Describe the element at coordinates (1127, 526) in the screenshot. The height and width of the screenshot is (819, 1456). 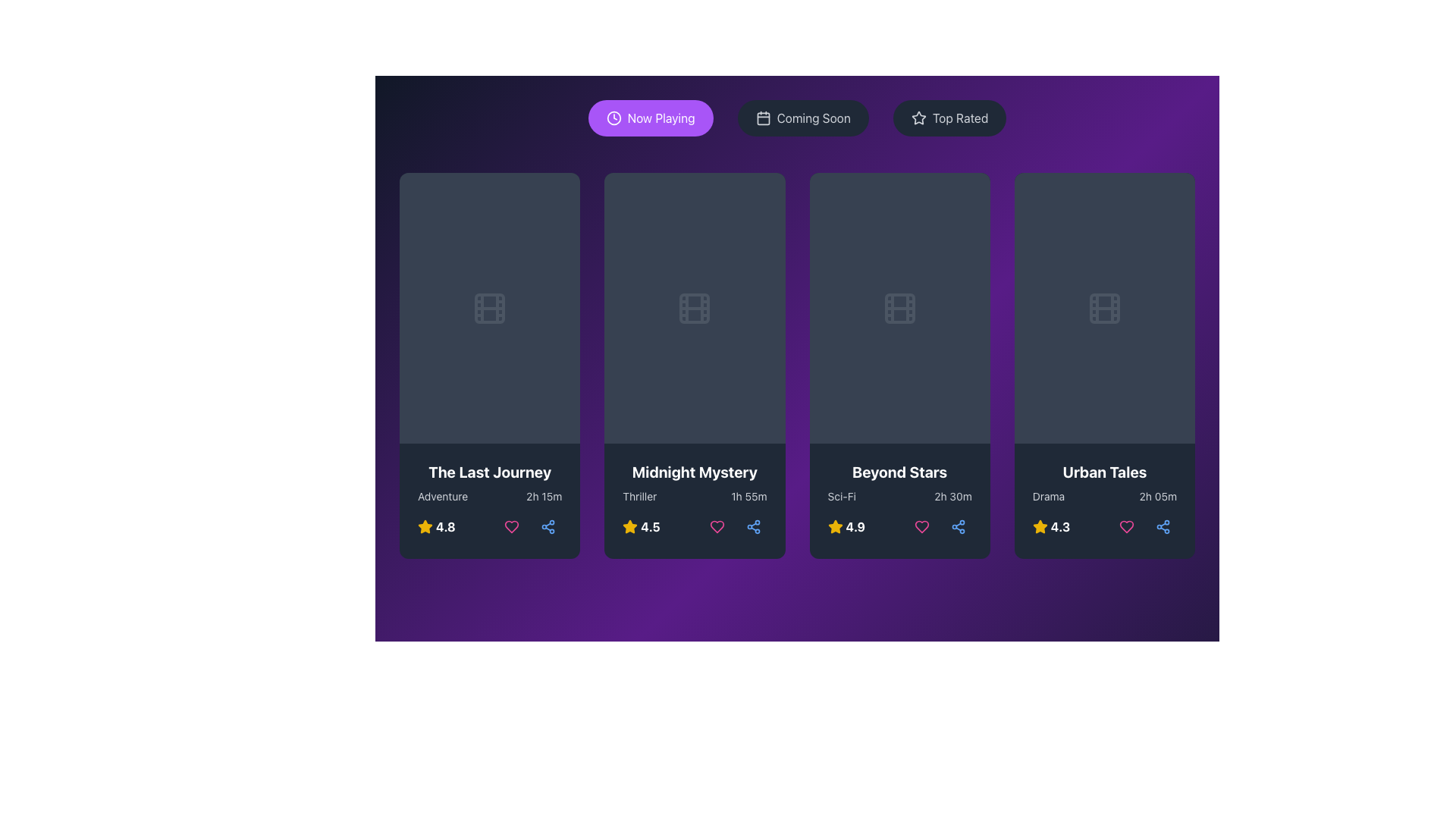
I see `the favorite button located in the bottom section of the fourth card in the grid layout` at that location.